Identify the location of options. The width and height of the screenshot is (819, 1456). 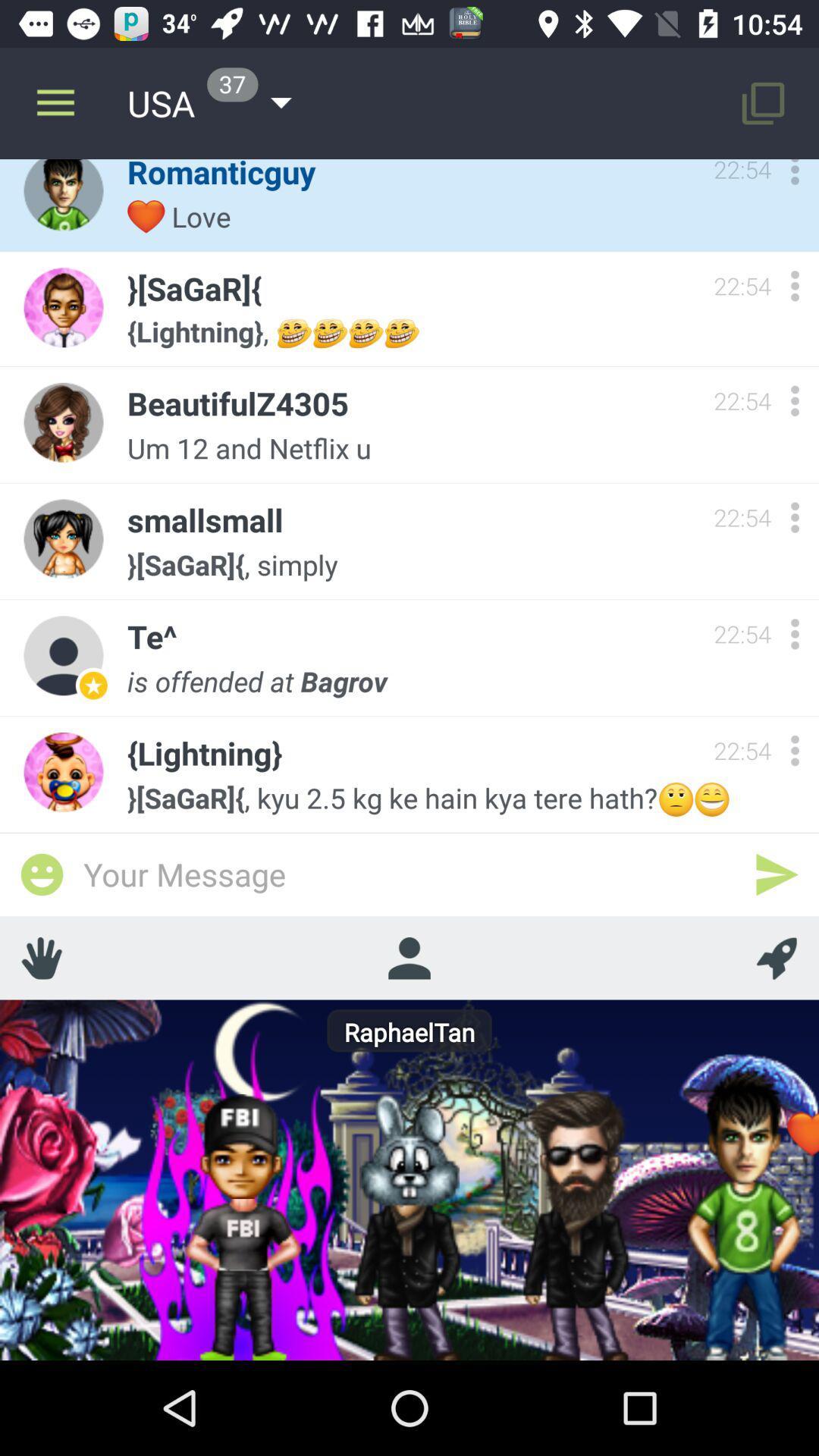
(794, 400).